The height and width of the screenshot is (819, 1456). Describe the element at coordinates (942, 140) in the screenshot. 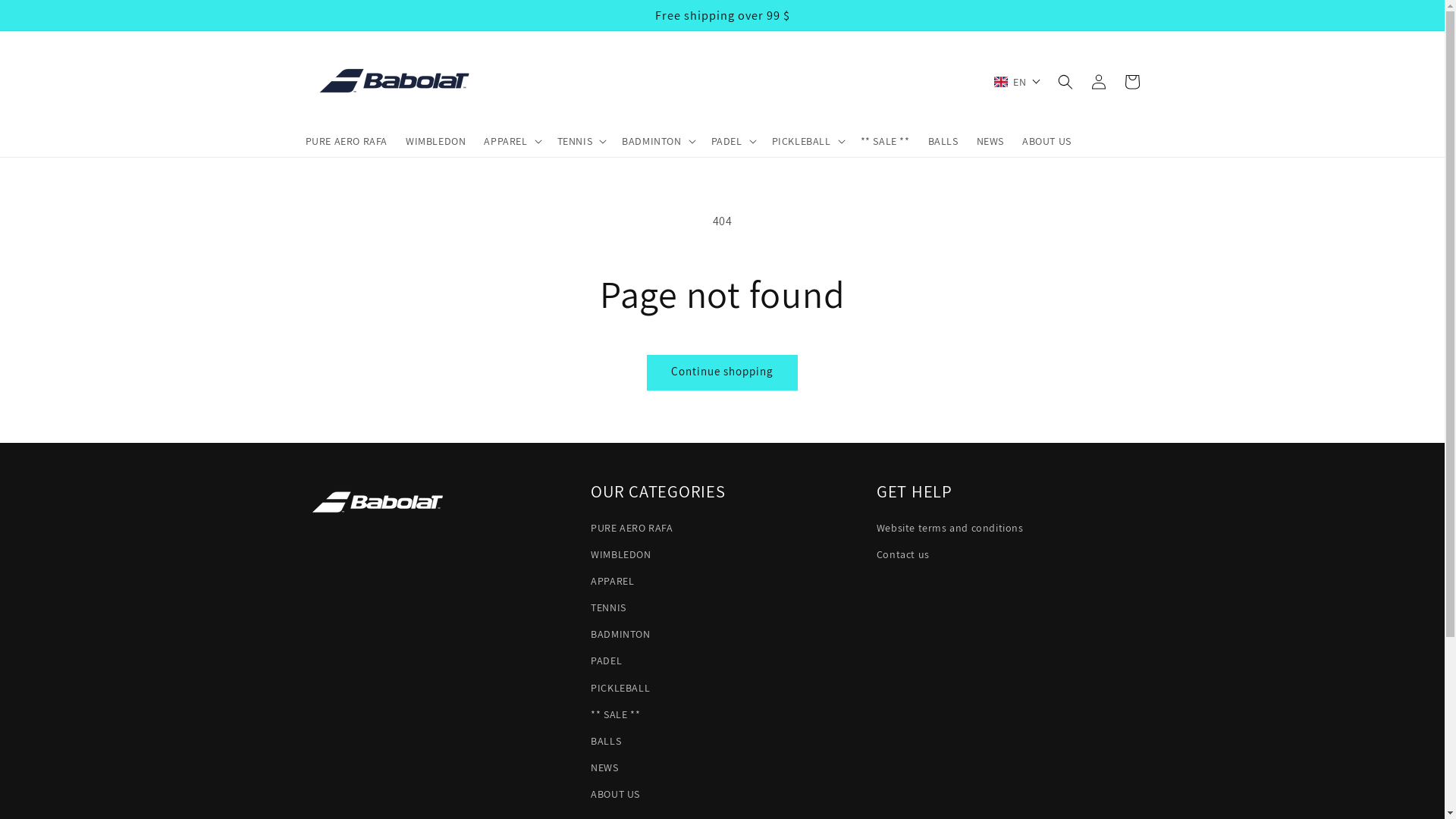

I see `'BALLS'` at that location.